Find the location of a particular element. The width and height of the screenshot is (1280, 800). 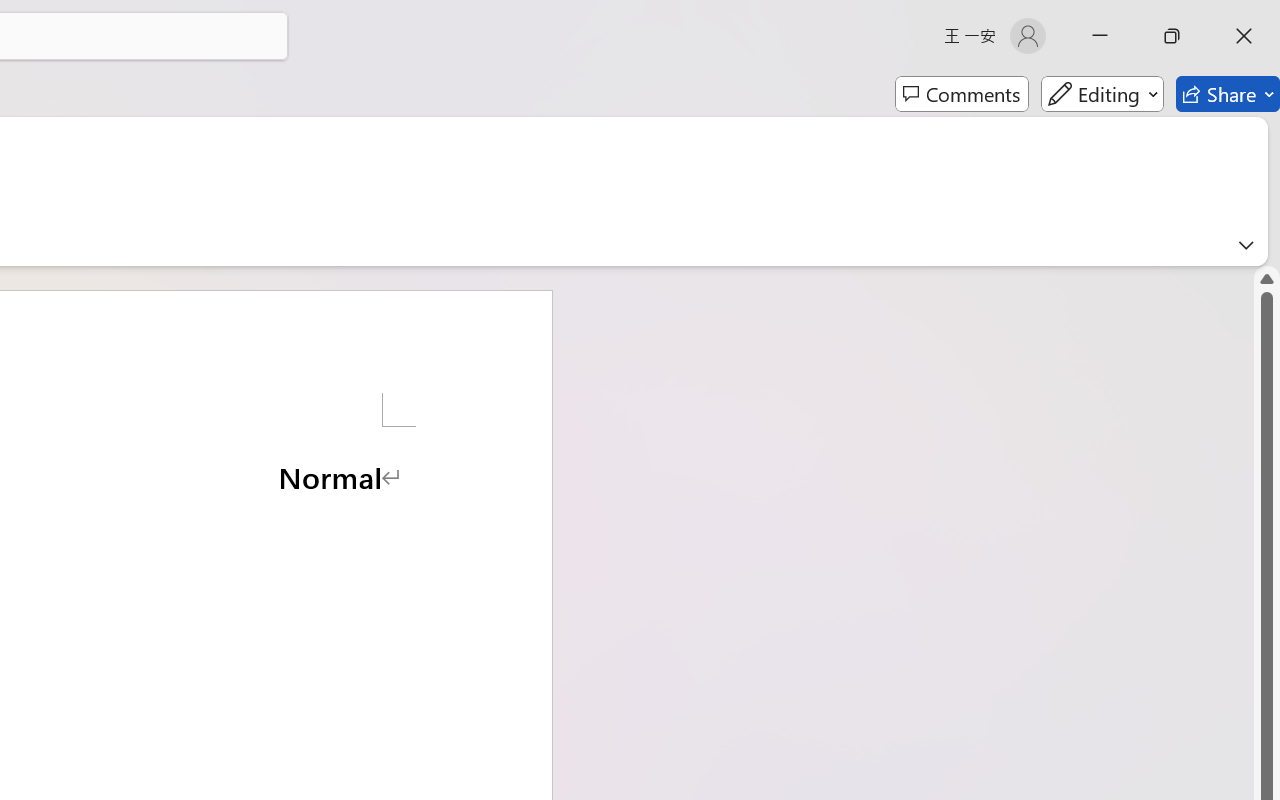

'Line up' is located at coordinates (1266, 278).